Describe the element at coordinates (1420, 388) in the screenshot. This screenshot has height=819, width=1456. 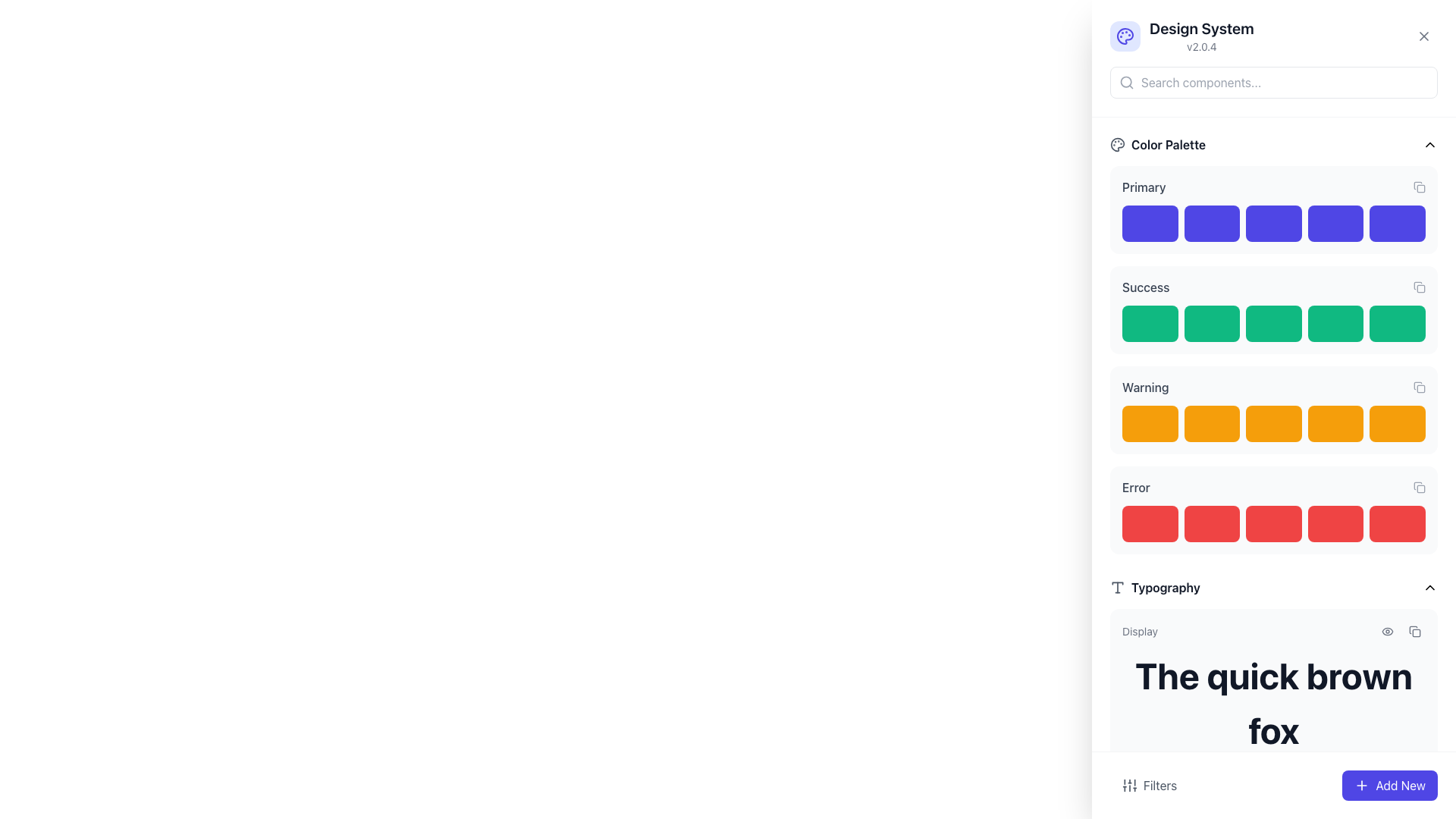
I see `the smaller rectangle sub-component of the 'copy' icon located near the right-hand side of the interface, adjacent to the 'Warning' palette section` at that location.